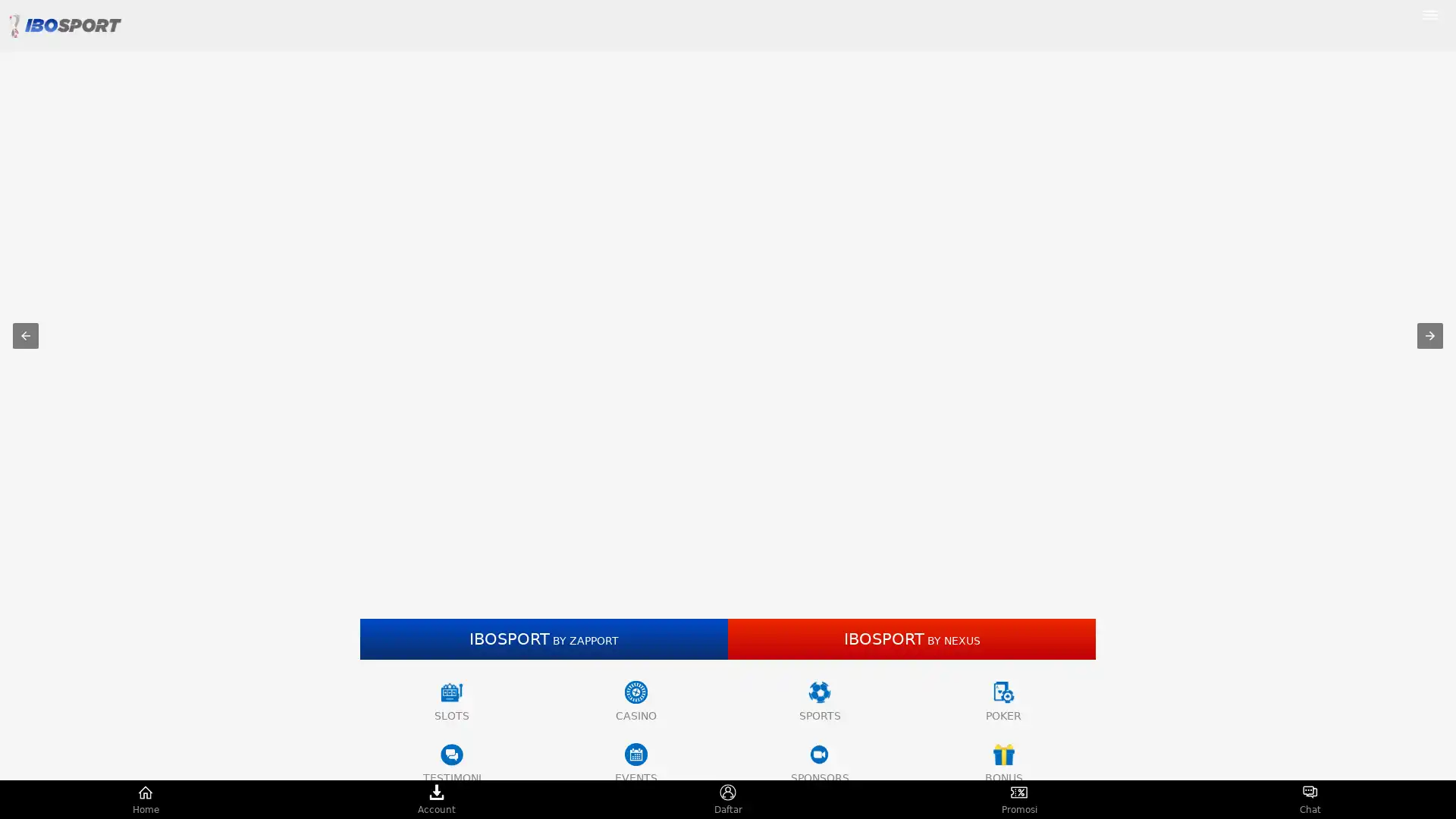 The image size is (1456, 819). Describe the element at coordinates (25, 335) in the screenshot. I see `Previous item in carousel (3 of 5)` at that location.